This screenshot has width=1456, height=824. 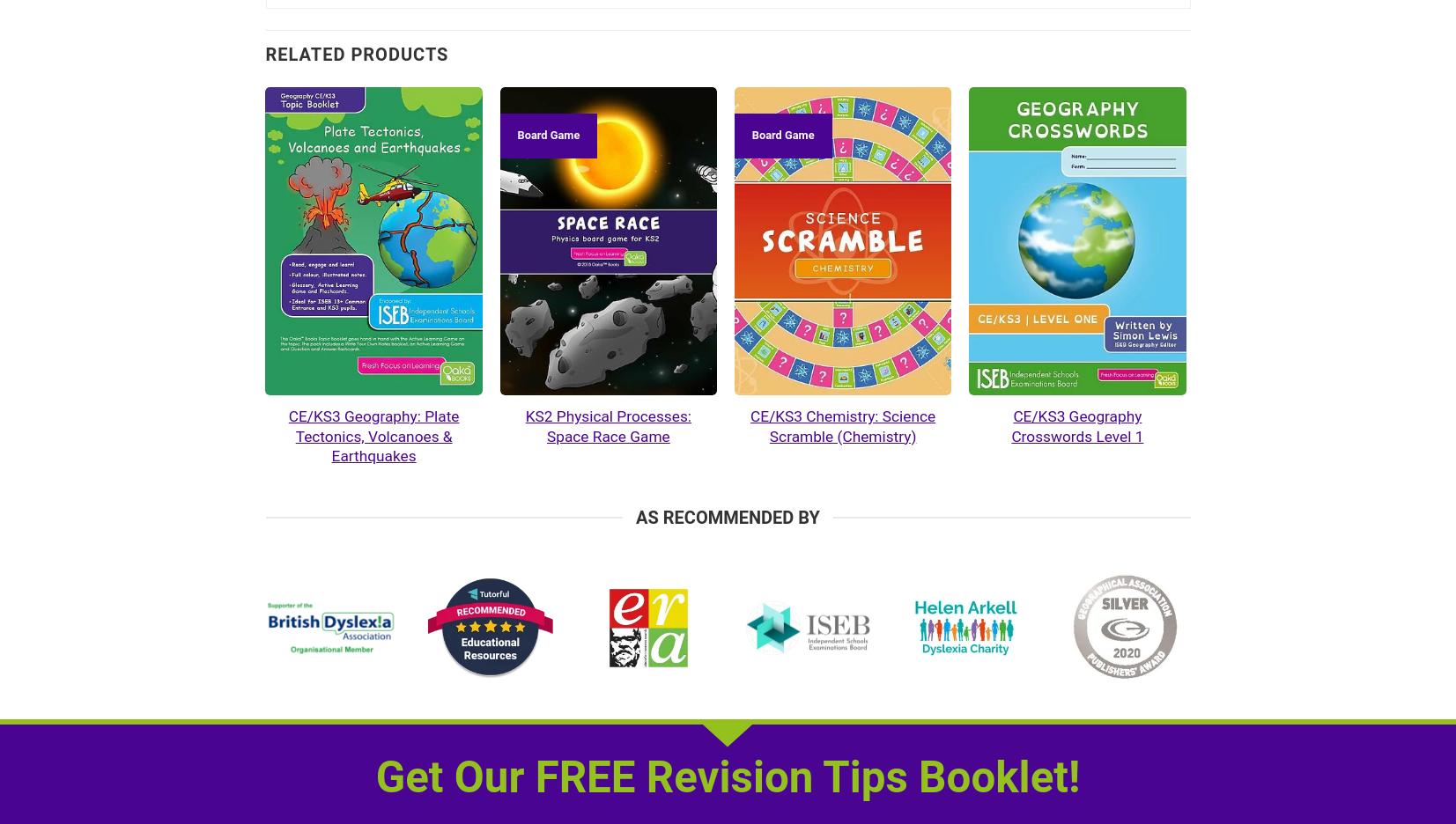 What do you see at coordinates (264, 54) in the screenshot?
I see `'Related products'` at bounding box center [264, 54].